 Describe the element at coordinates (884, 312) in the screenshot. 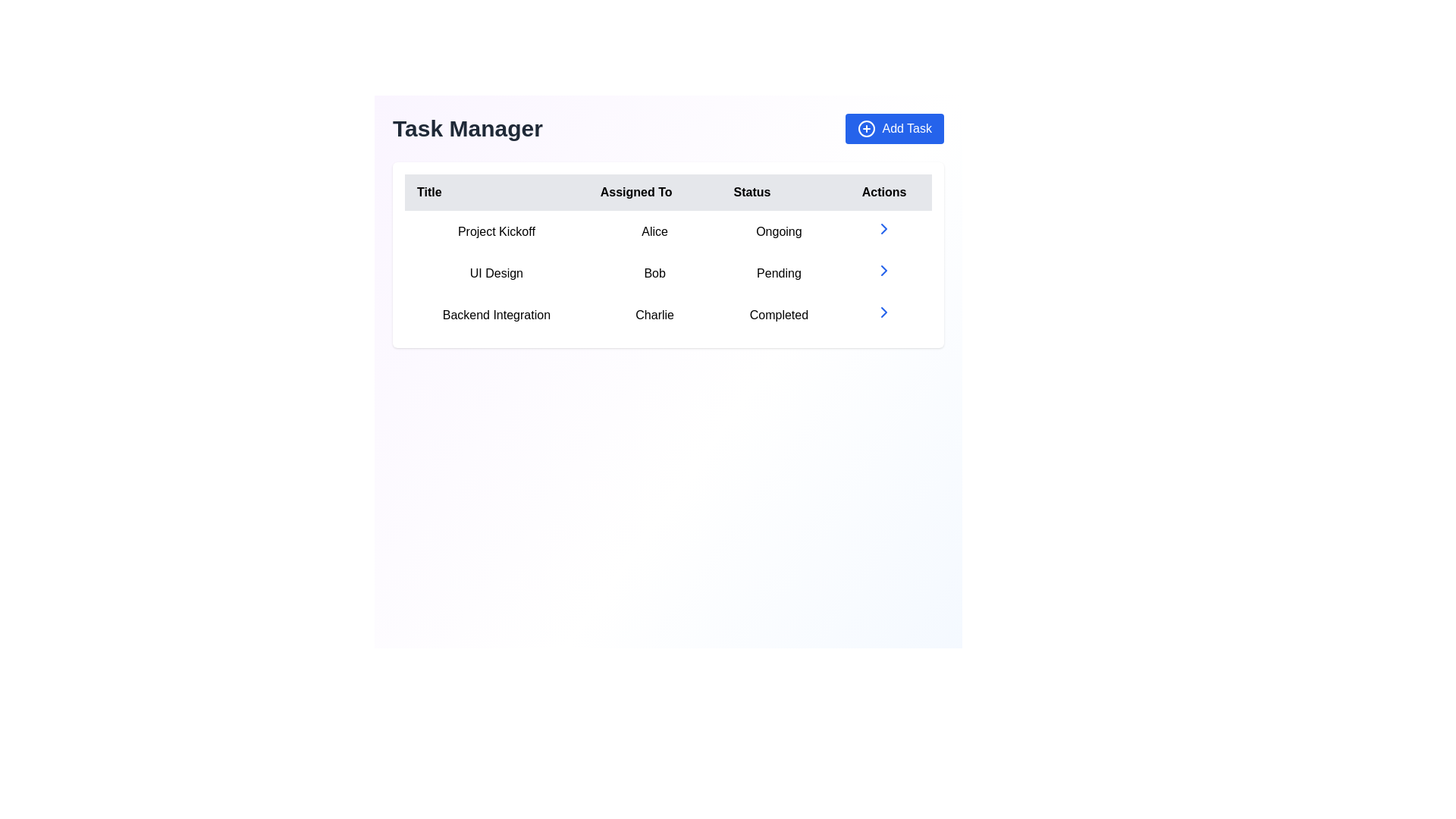

I see `the button in the 'Actions' column of the table located in the third row for the 'Backend Integration' task` at that location.